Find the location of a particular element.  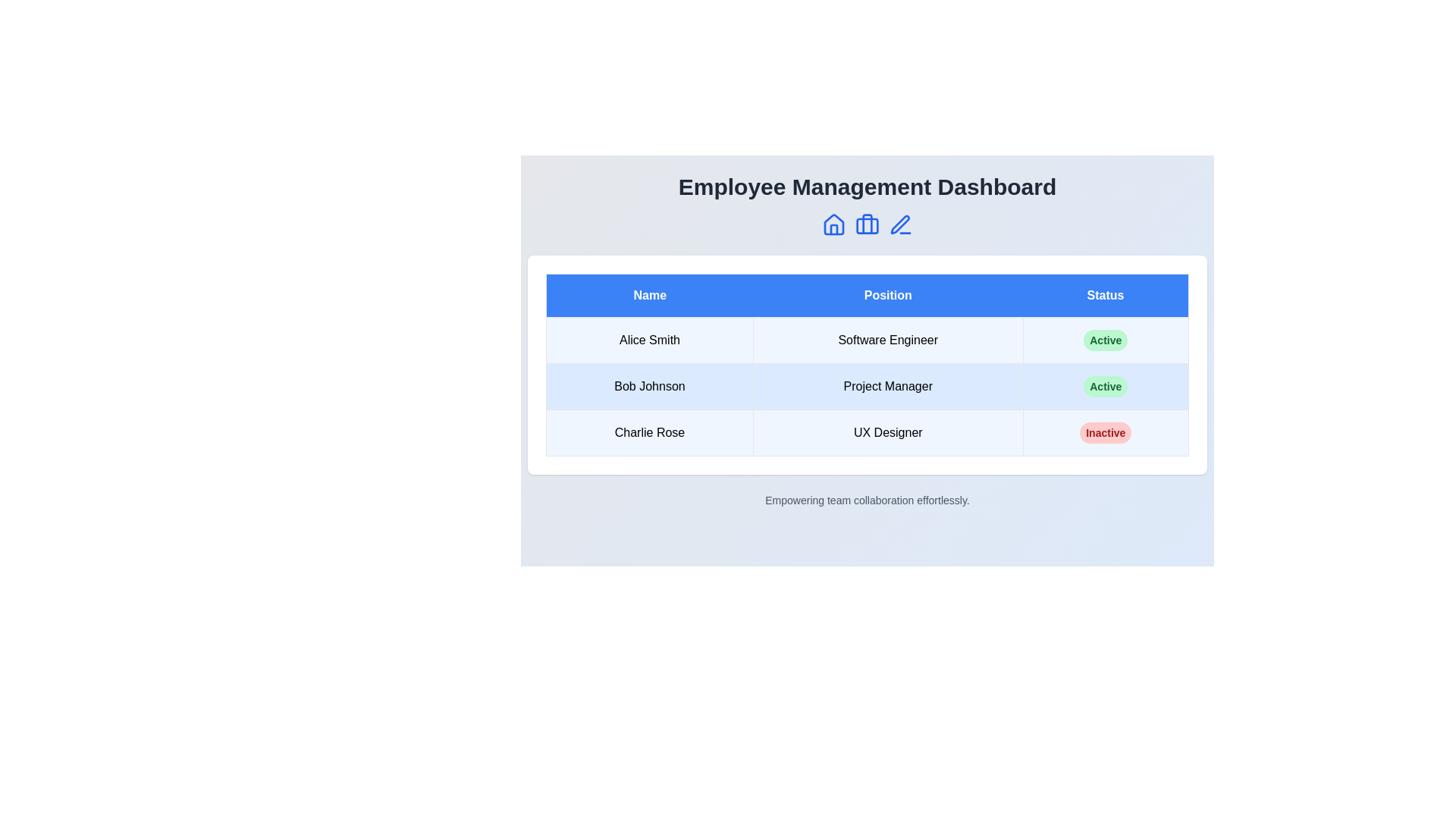

the Table Header Row is located at coordinates (867, 295).